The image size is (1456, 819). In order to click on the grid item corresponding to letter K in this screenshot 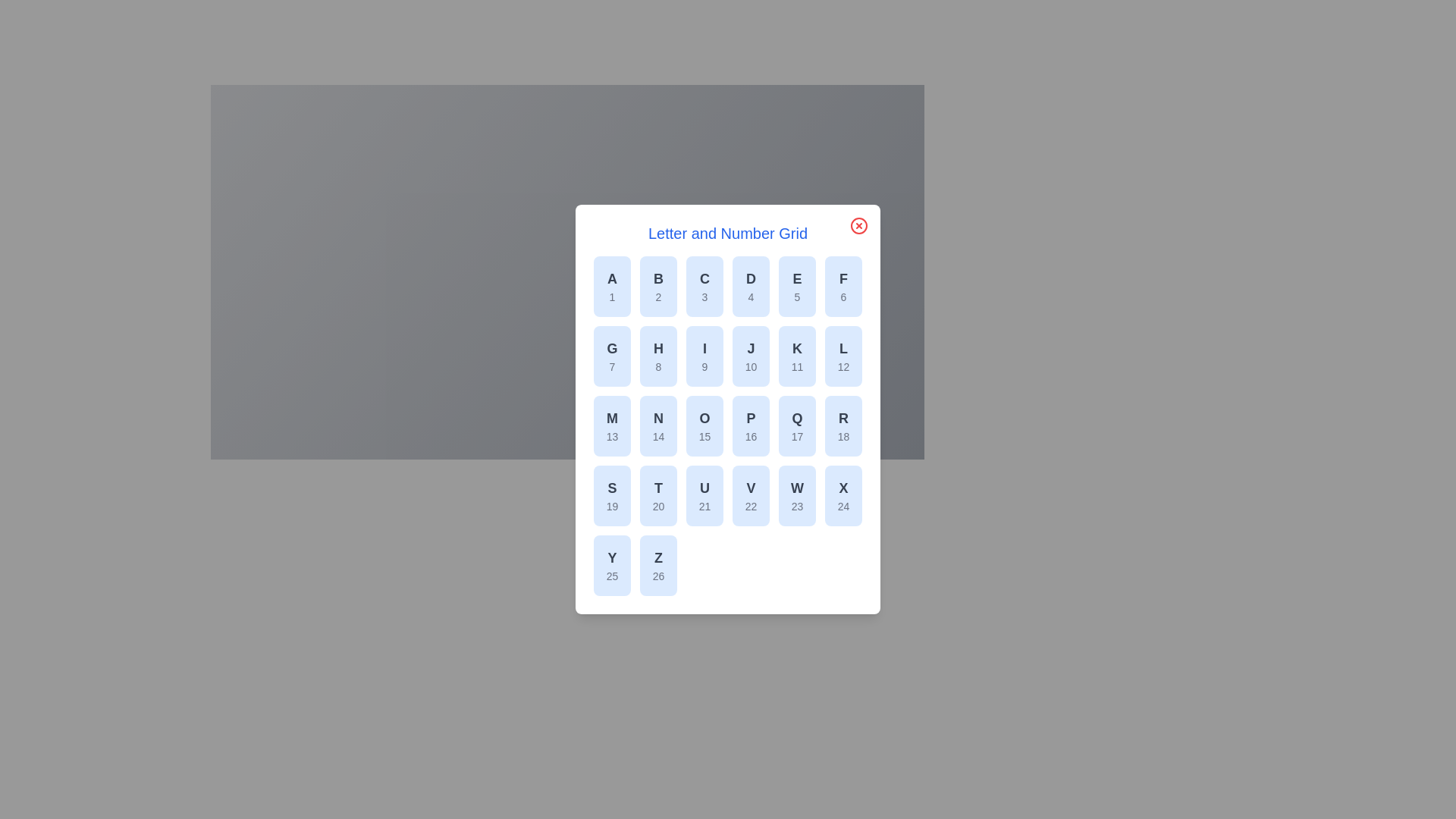, I will do `click(796, 356)`.